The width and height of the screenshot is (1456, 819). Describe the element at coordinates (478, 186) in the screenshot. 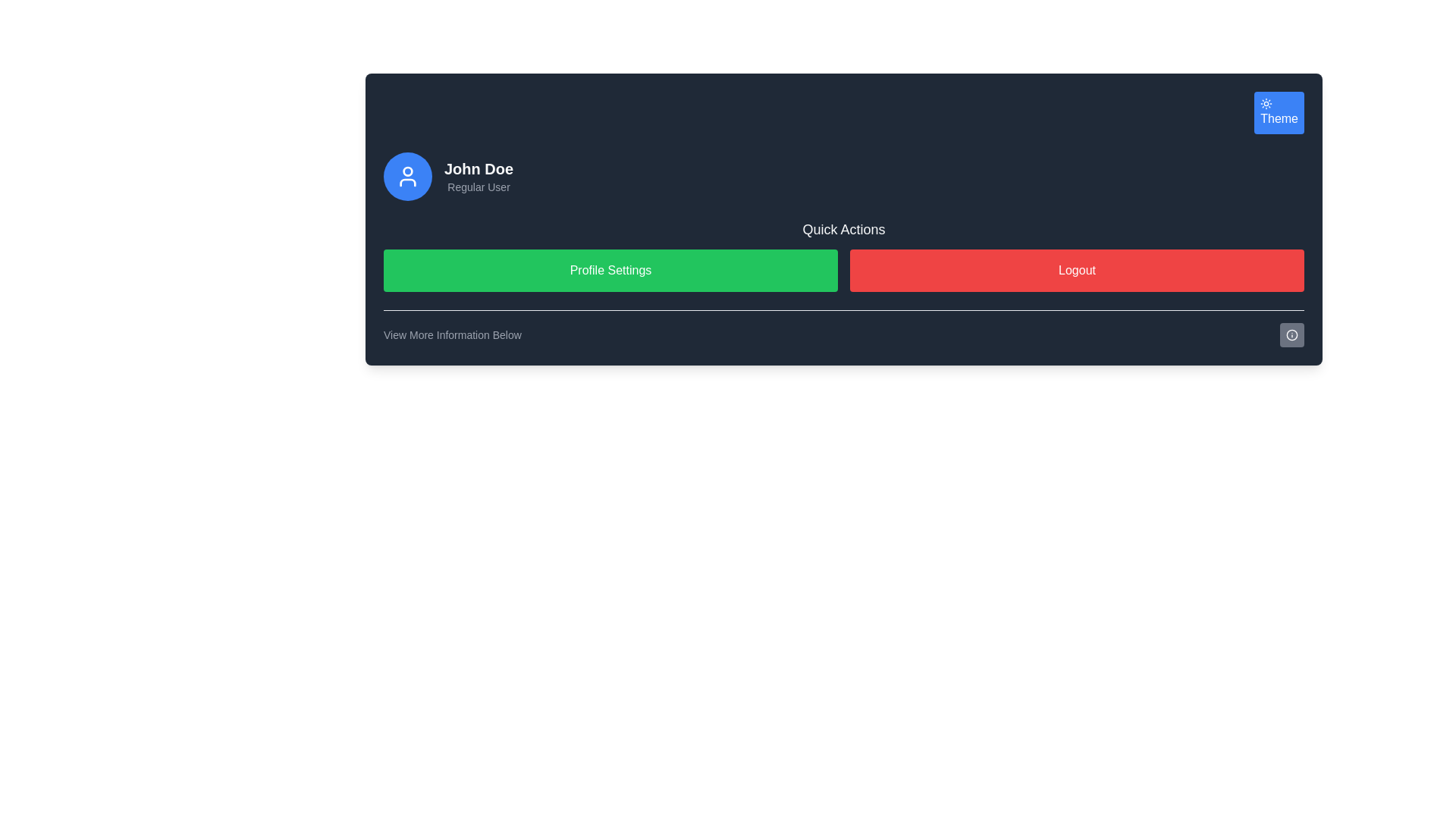

I see `the 'Regular User' text label that indicates the type or role of the individual described in the 'John Doe' section, located directly below the larger 'John Doe' label` at that location.